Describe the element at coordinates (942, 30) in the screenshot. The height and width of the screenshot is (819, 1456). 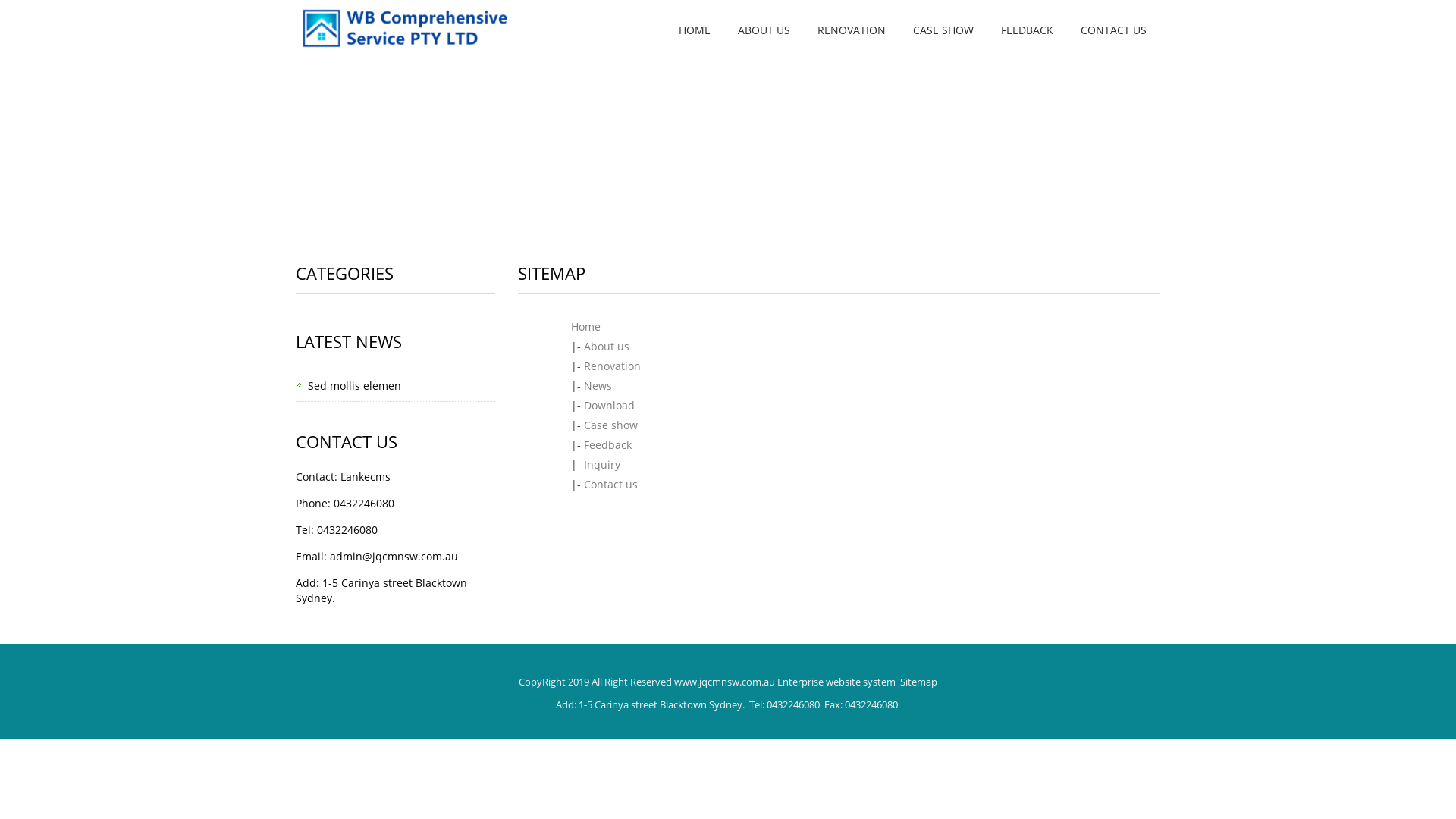
I see `'CASE SHOW'` at that location.